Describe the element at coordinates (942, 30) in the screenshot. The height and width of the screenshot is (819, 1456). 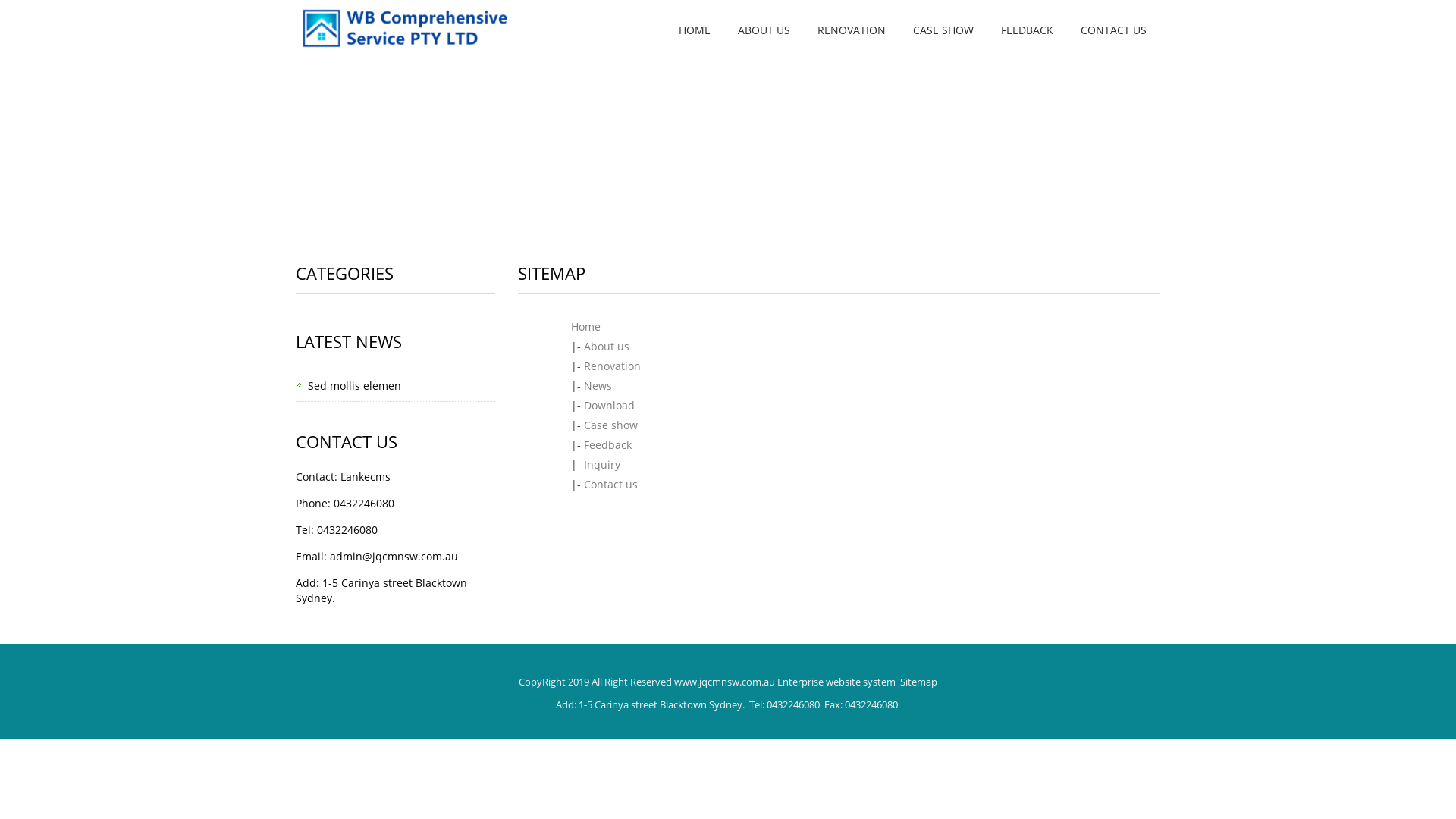
I see `'CASE SHOW'` at that location.